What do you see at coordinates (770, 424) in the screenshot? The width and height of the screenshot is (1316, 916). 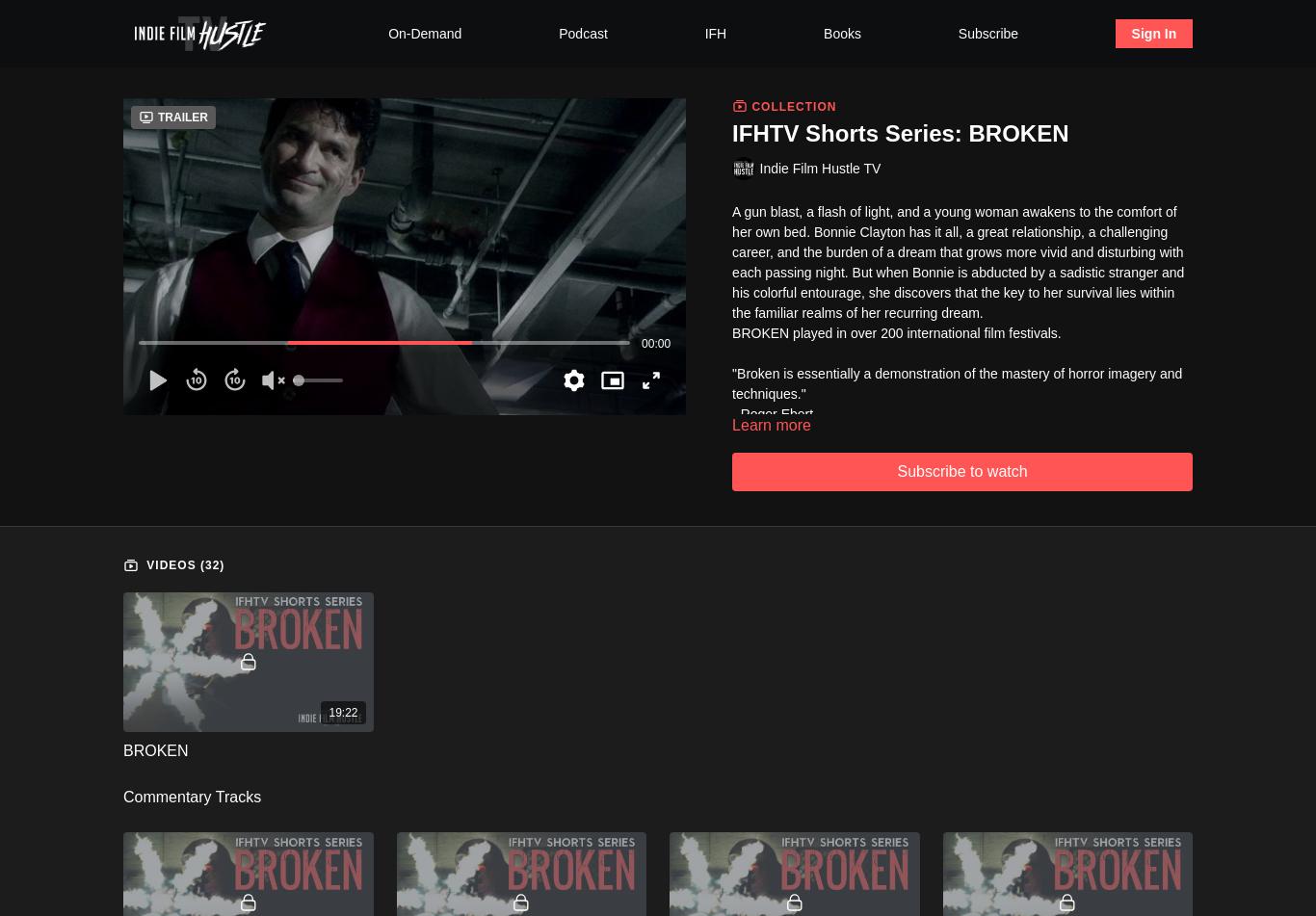 I see `'Learn more'` at bounding box center [770, 424].